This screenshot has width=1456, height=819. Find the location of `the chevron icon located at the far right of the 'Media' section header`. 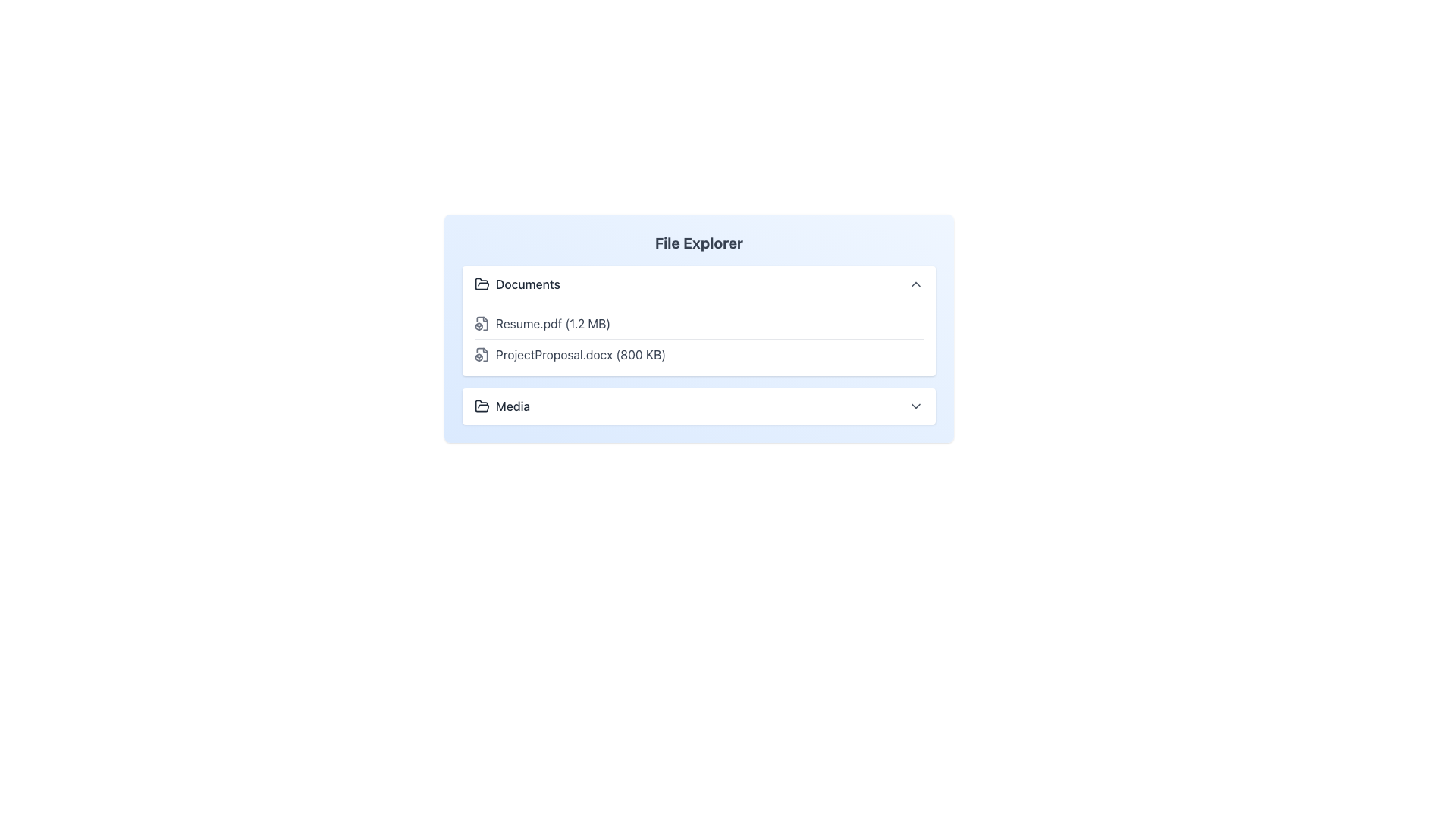

the chevron icon located at the far right of the 'Media' section header is located at coordinates (915, 406).